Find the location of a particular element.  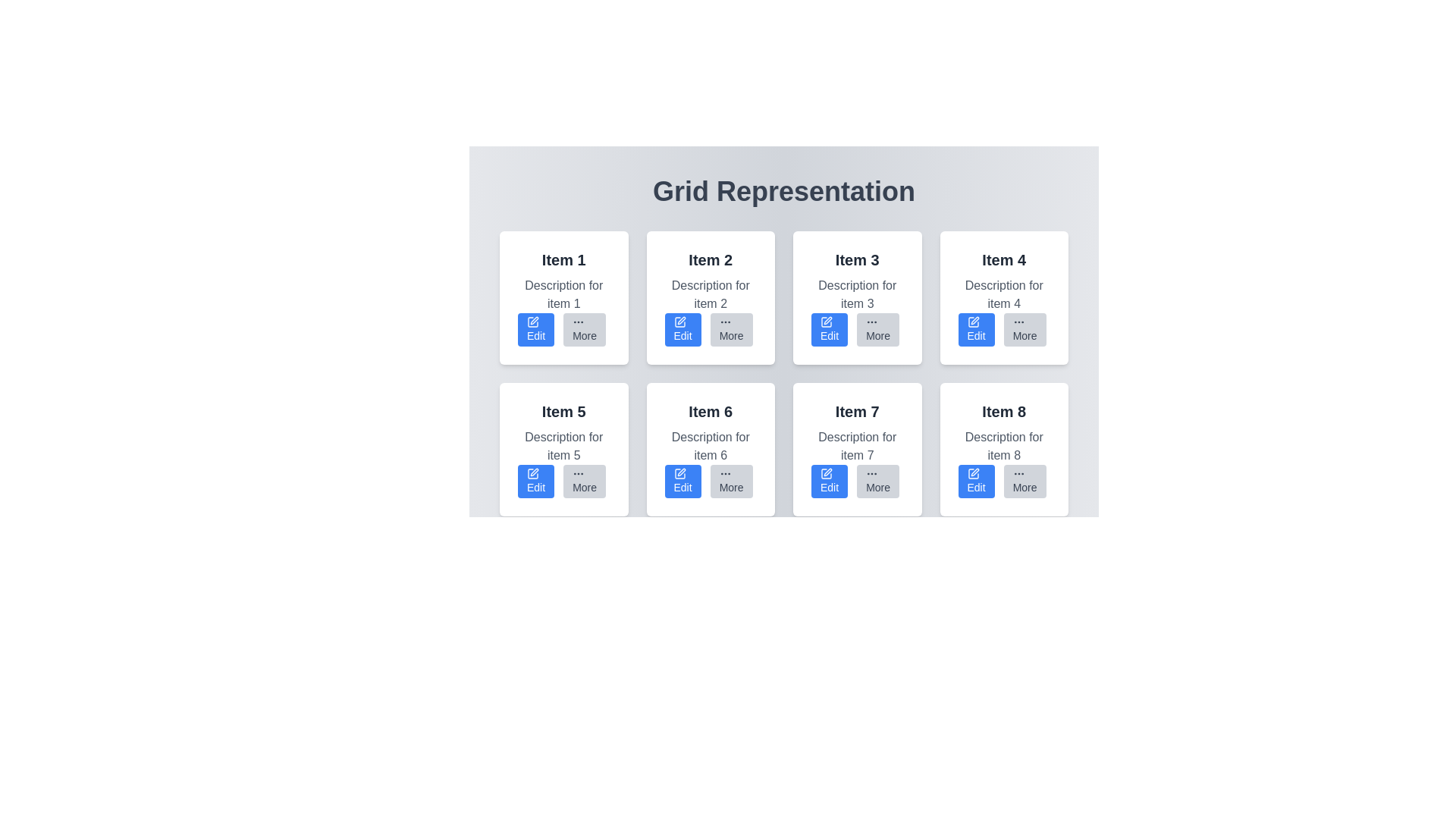

the text element displaying 'Description for item 2', which is located below the header 'Item 2' in the card layout is located at coordinates (710, 295).